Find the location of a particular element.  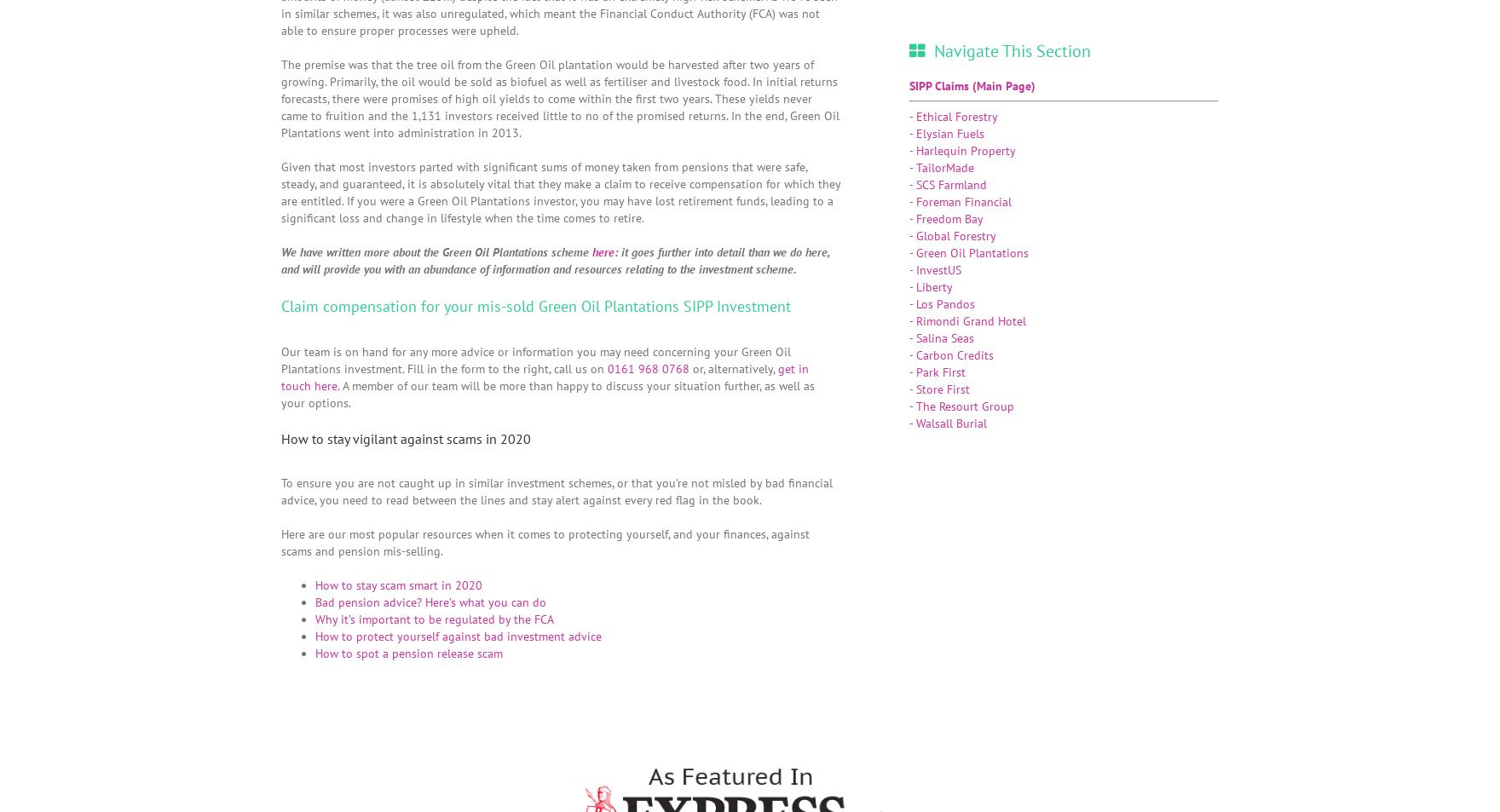

'How to protect yourself against bad investment advice' is located at coordinates (459, 636).